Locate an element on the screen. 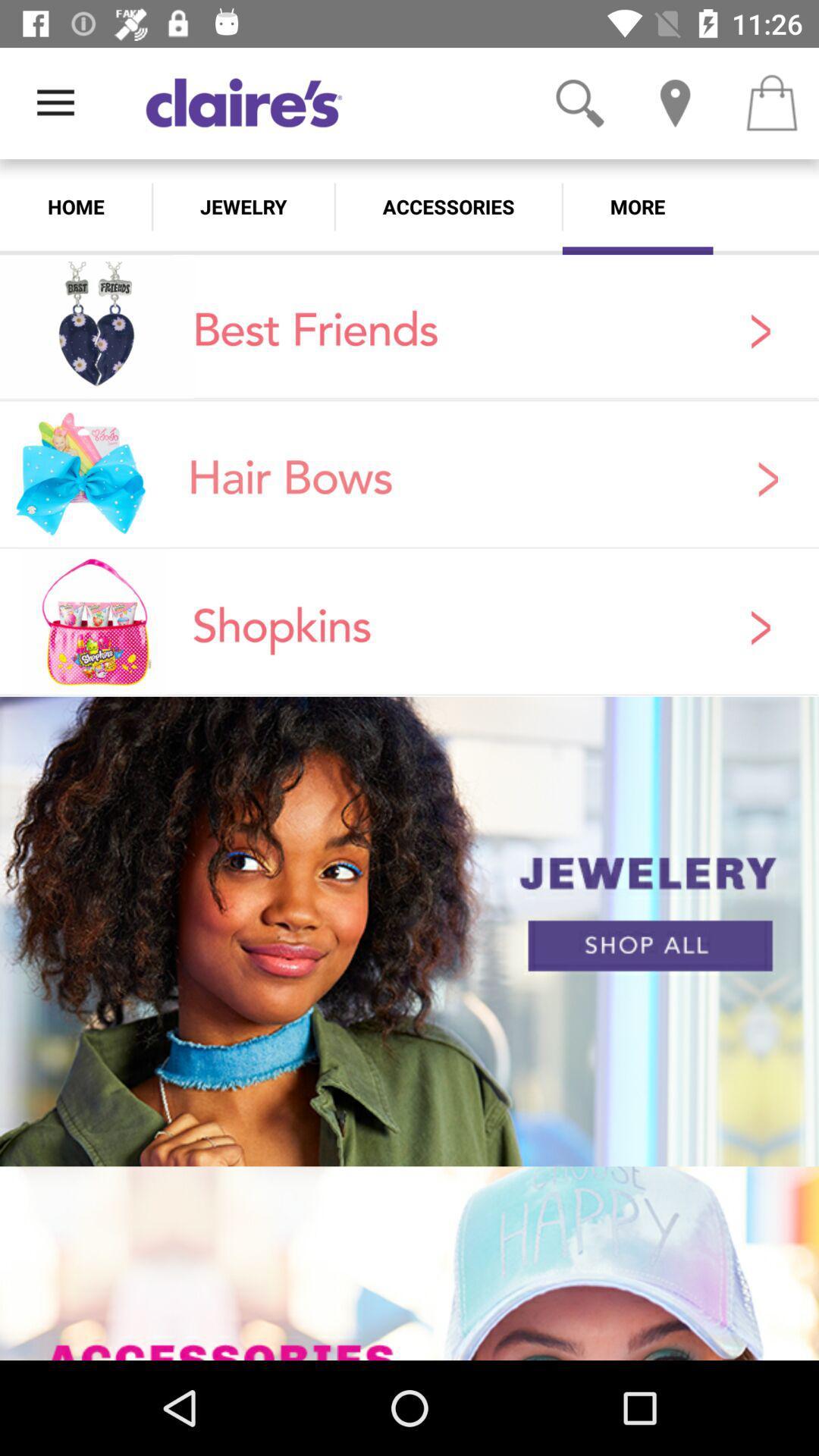  jewelry icon is located at coordinates (243, 206).